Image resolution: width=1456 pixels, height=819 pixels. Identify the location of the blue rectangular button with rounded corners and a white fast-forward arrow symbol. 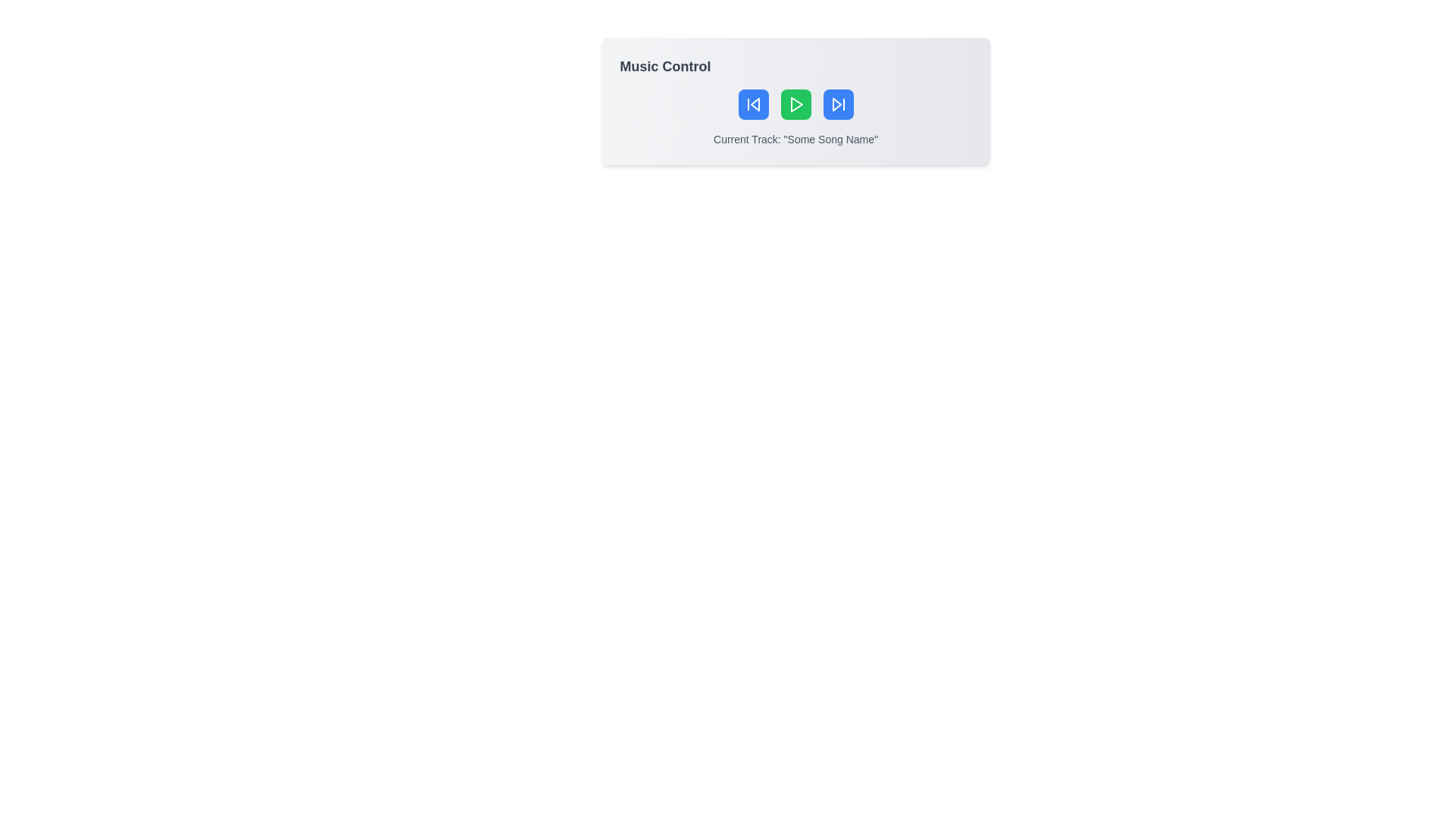
(837, 104).